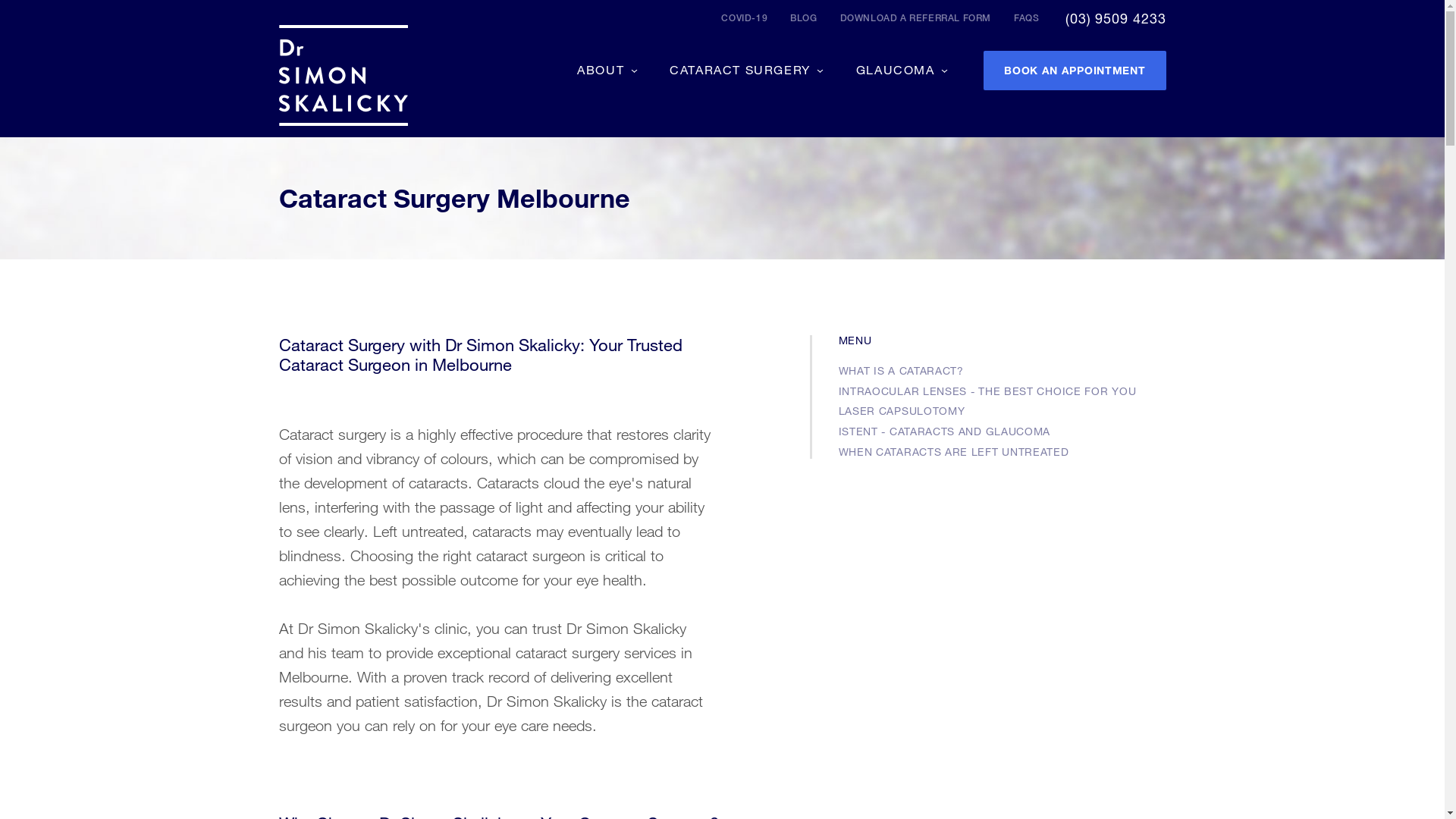 Image resolution: width=1456 pixels, height=819 pixels. What do you see at coordinates (952, 450) in the screenshot?
I see `'WHEN CATARACTS ARE LEFT UNTREATED'` at bounding box center [952, 450].